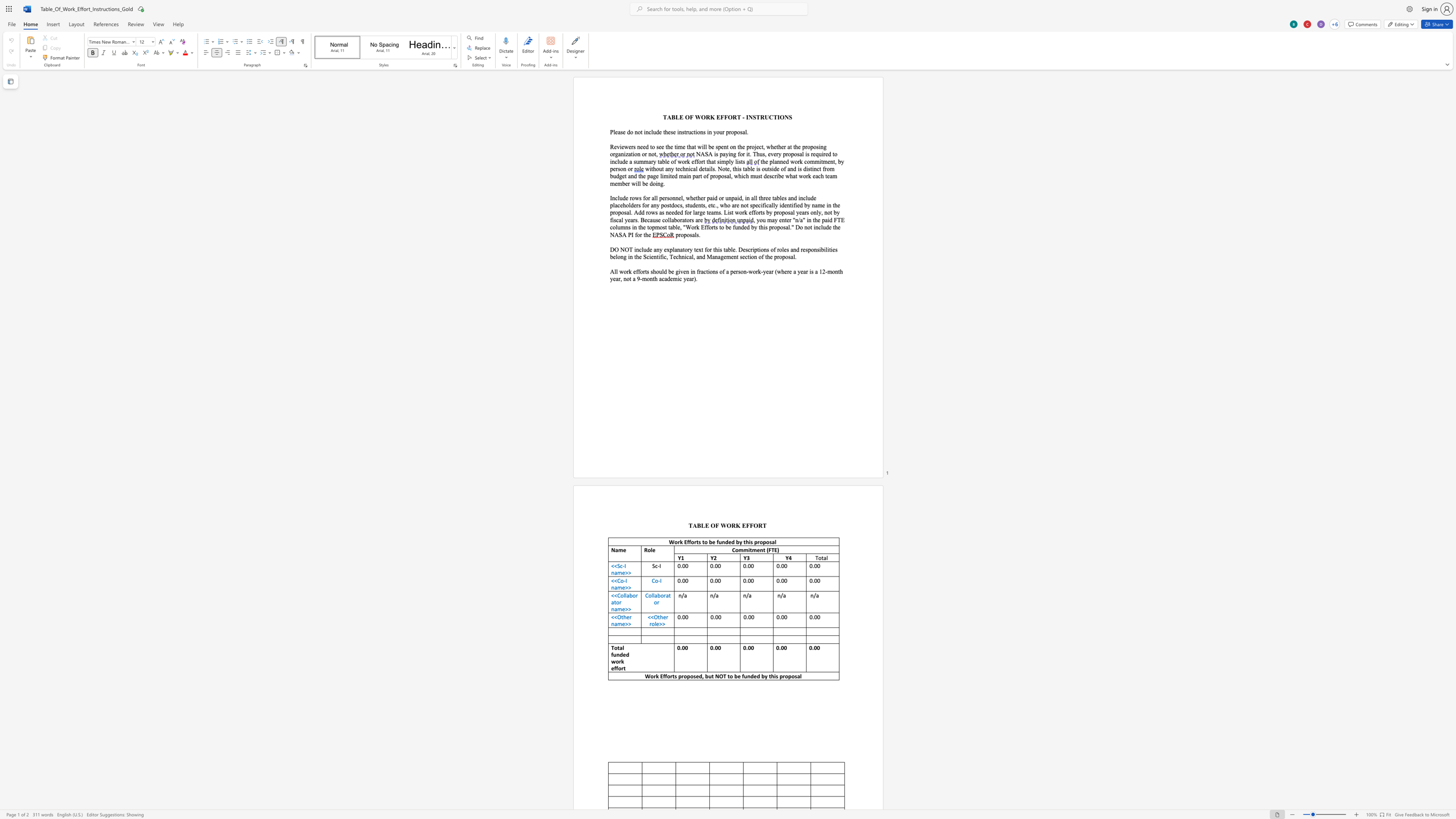 This screenshot has height=819, width=1456. What do you see at coordinates (728, 132) in the screenshot?
I see `the space between the continuous character "p" and "r" in the text` at bounding box center [728, 132].